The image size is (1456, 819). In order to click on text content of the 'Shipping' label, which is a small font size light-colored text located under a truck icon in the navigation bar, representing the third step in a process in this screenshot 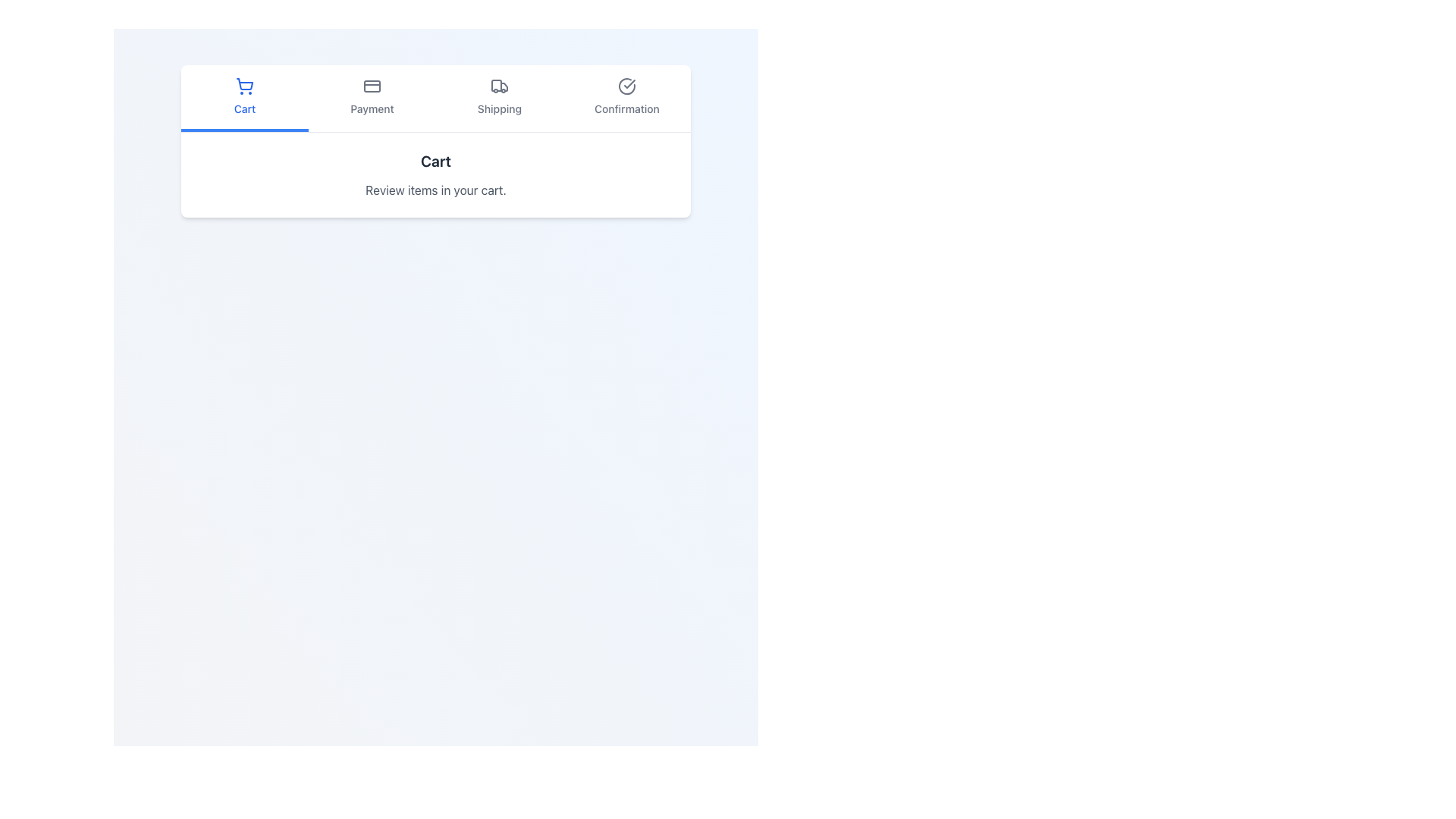, I will do `click(499, 108)`.